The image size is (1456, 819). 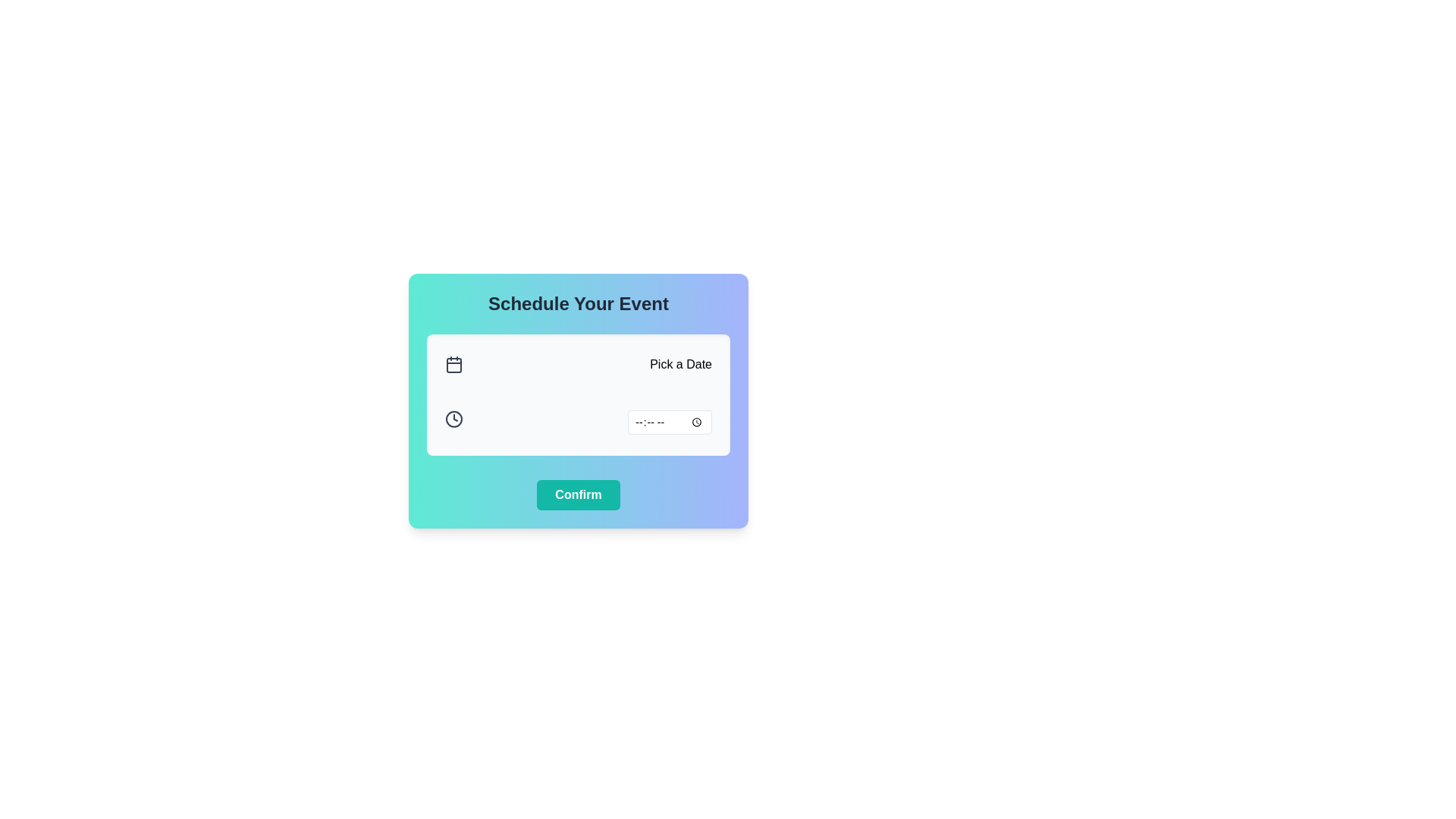 I want to click on the calendar icon button, which has a square outline and a gray tone, so click(x=453, y=365).